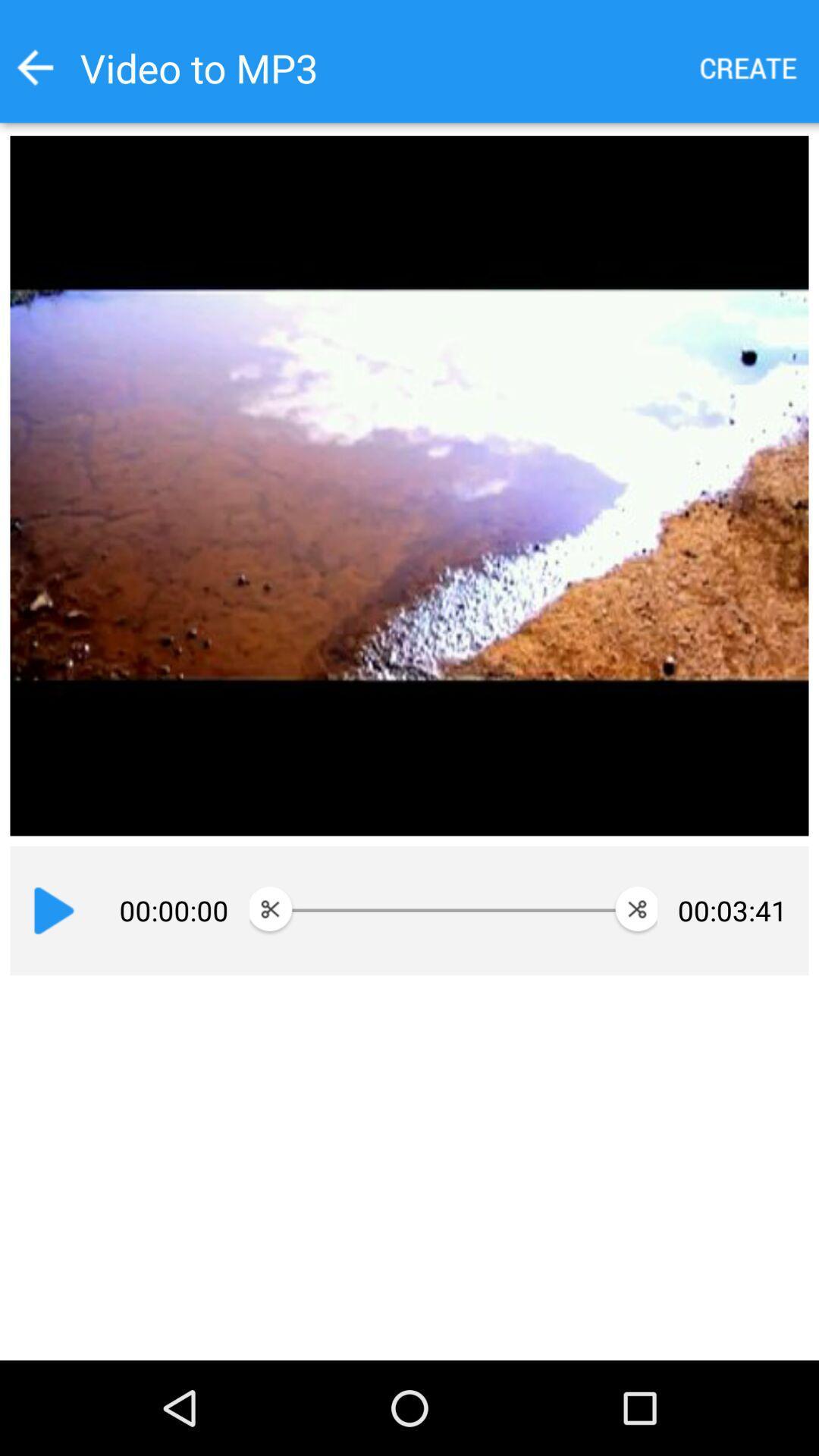 This screenshot has width=819, height=1456. I want to click on the icon to the right of the video to mp3, so click(748, 67).